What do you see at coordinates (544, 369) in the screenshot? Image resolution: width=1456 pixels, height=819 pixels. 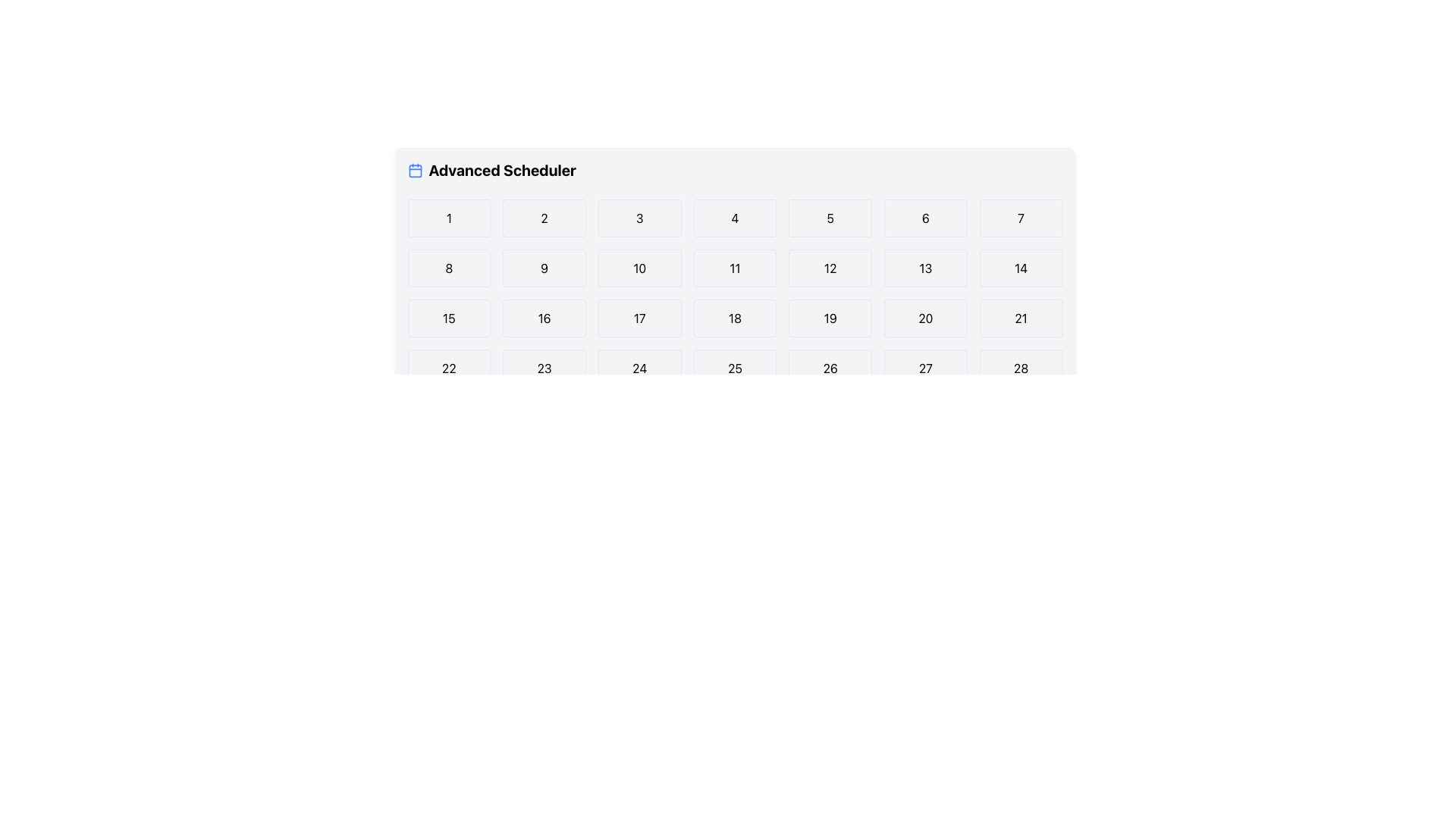 I see `the sixth cell in the fourth row of the grid` at bounding box center [544, 369].